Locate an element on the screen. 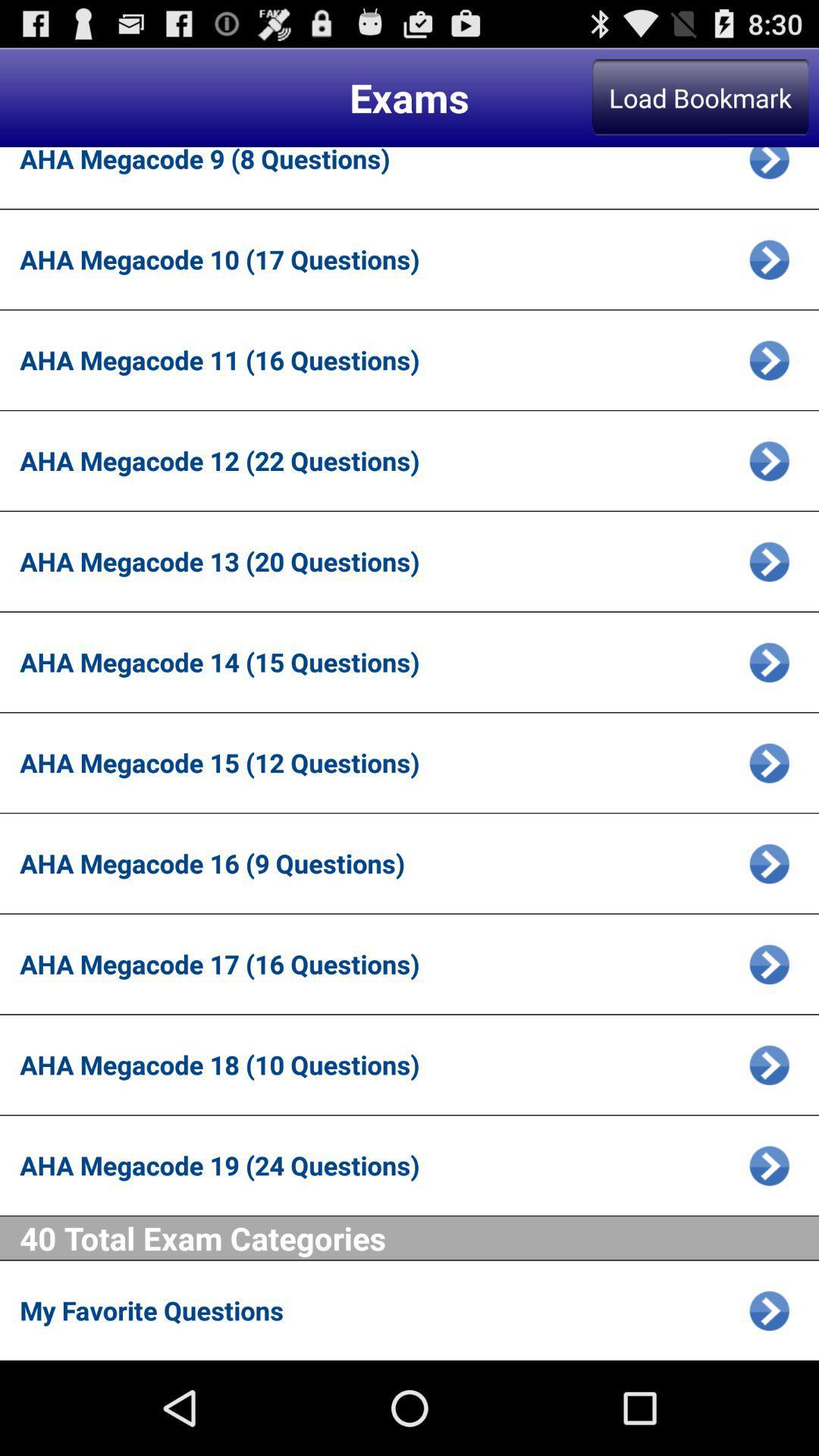 The height and width of the screenshot is (1456, 819). item below the 40 total exam app is located at coordinates (378, 1310).